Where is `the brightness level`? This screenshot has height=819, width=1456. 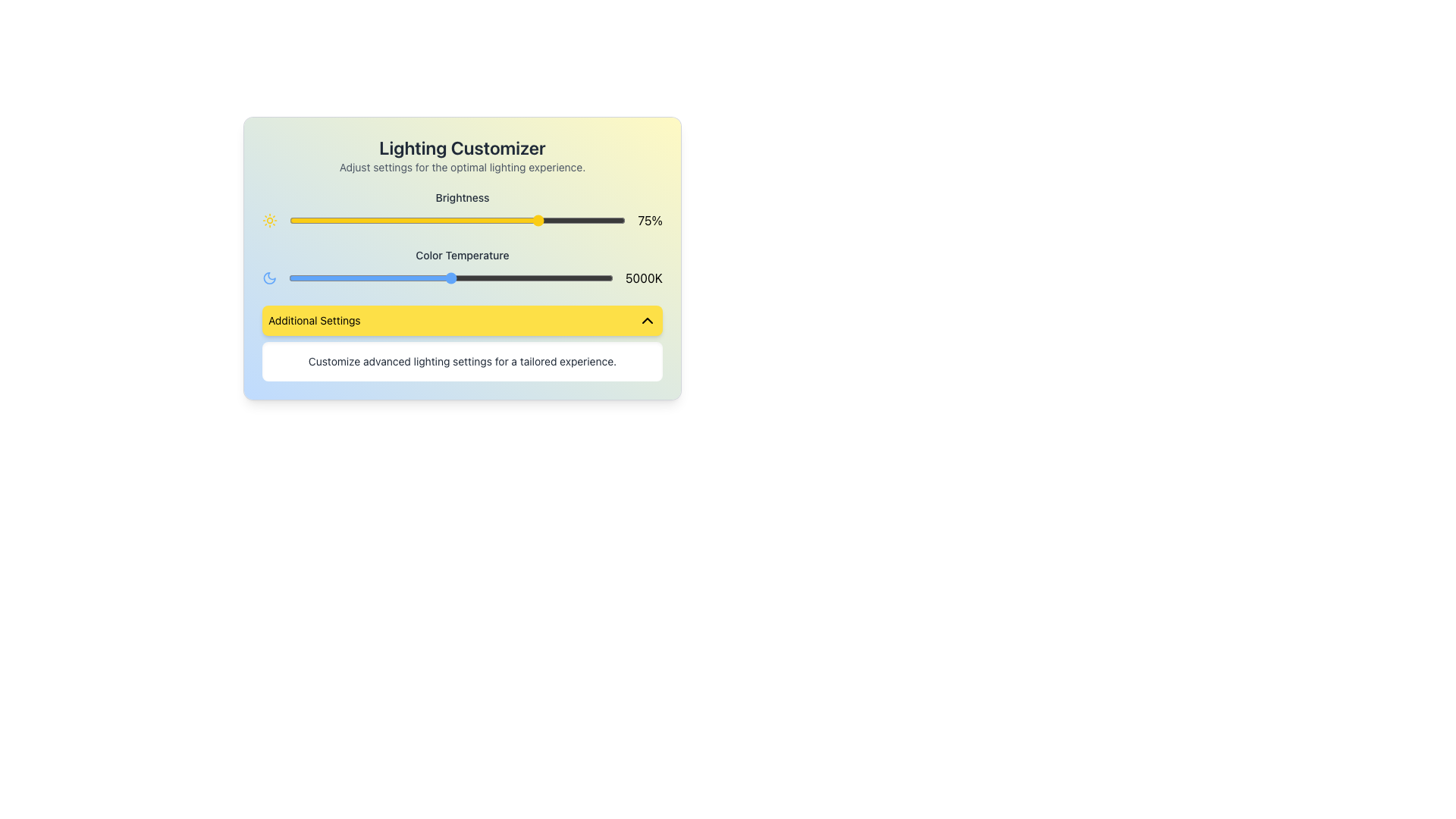 the brightness level is located at coordinates (433, 220).